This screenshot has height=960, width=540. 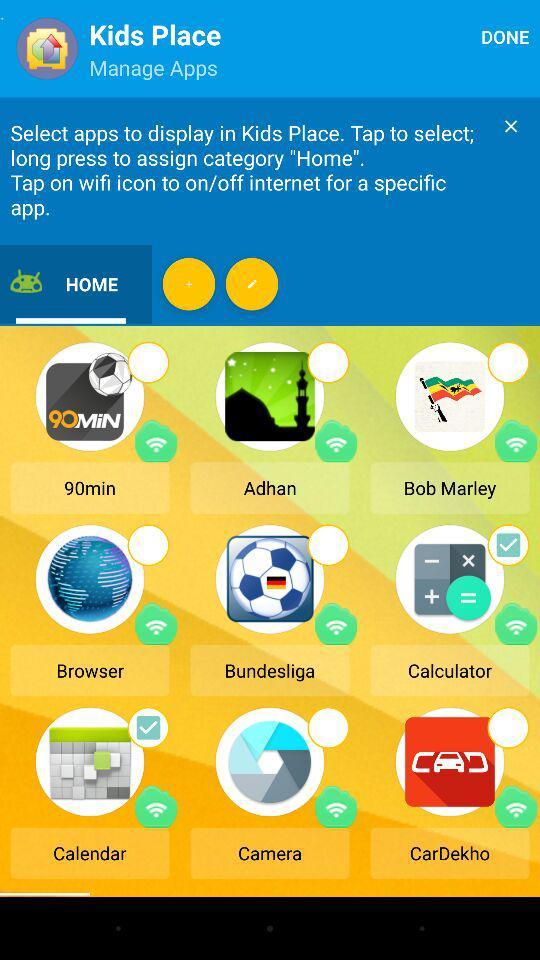 I want to click on the edit icon, so click(x=252, y=283).